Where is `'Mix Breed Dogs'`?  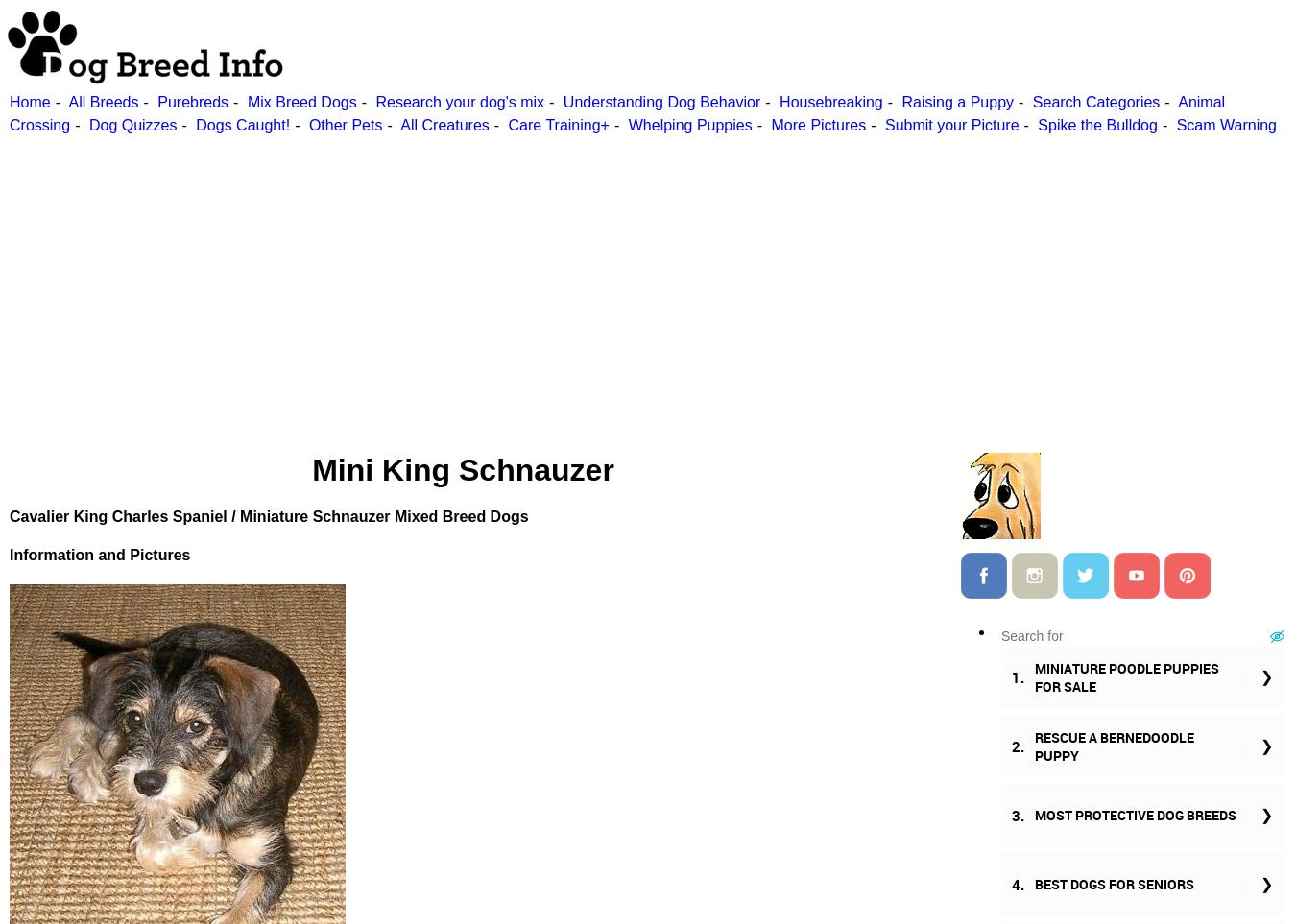
'Mix Breed Dogs' is located at coordinates (246, 101).